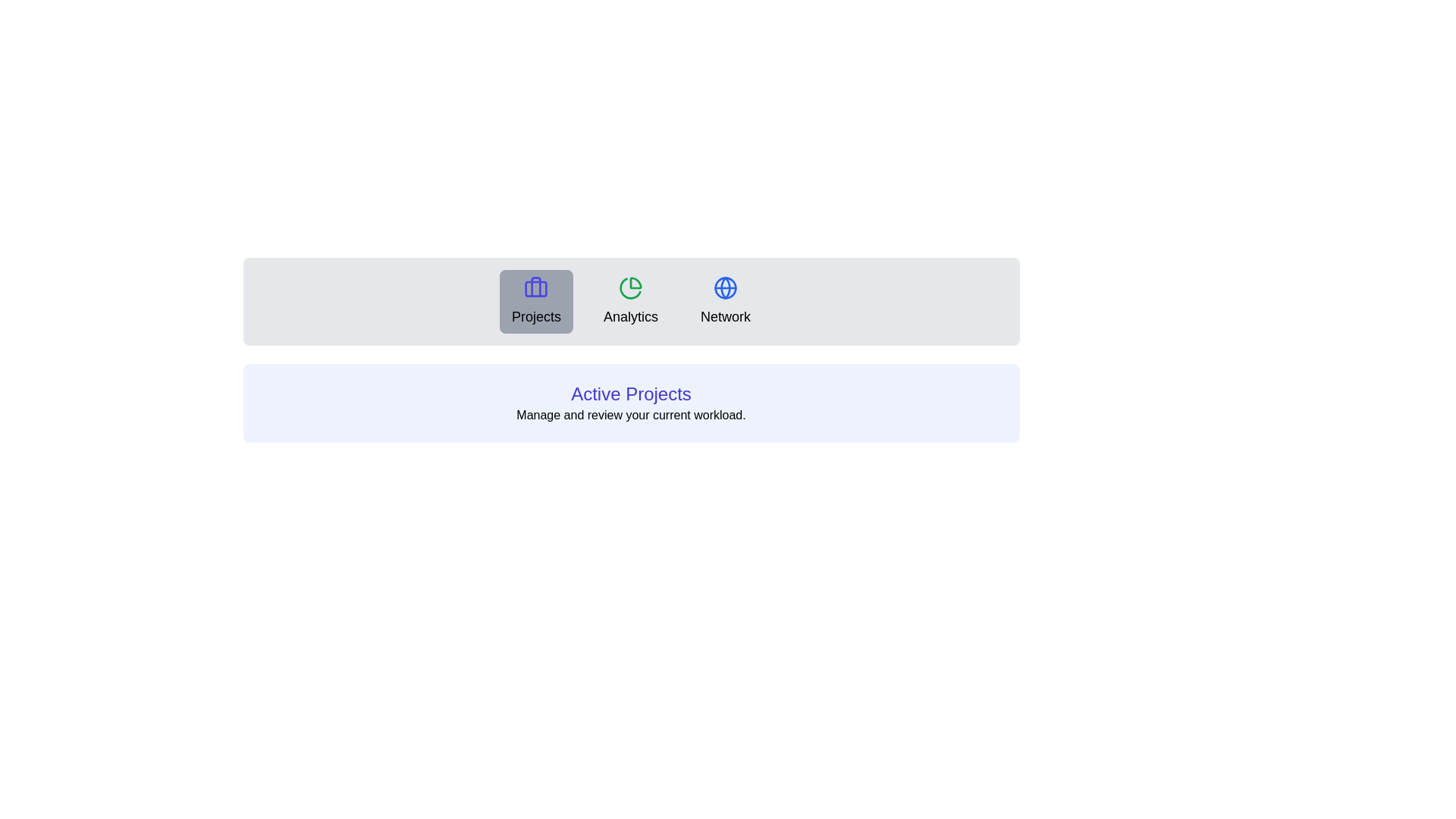 This screenshot has height=819, width=1456. What do you see at coordinates (536, 301) in the screenshot?
I see `the Projects tab by clicking on its button` at bounding box center [536, 301].